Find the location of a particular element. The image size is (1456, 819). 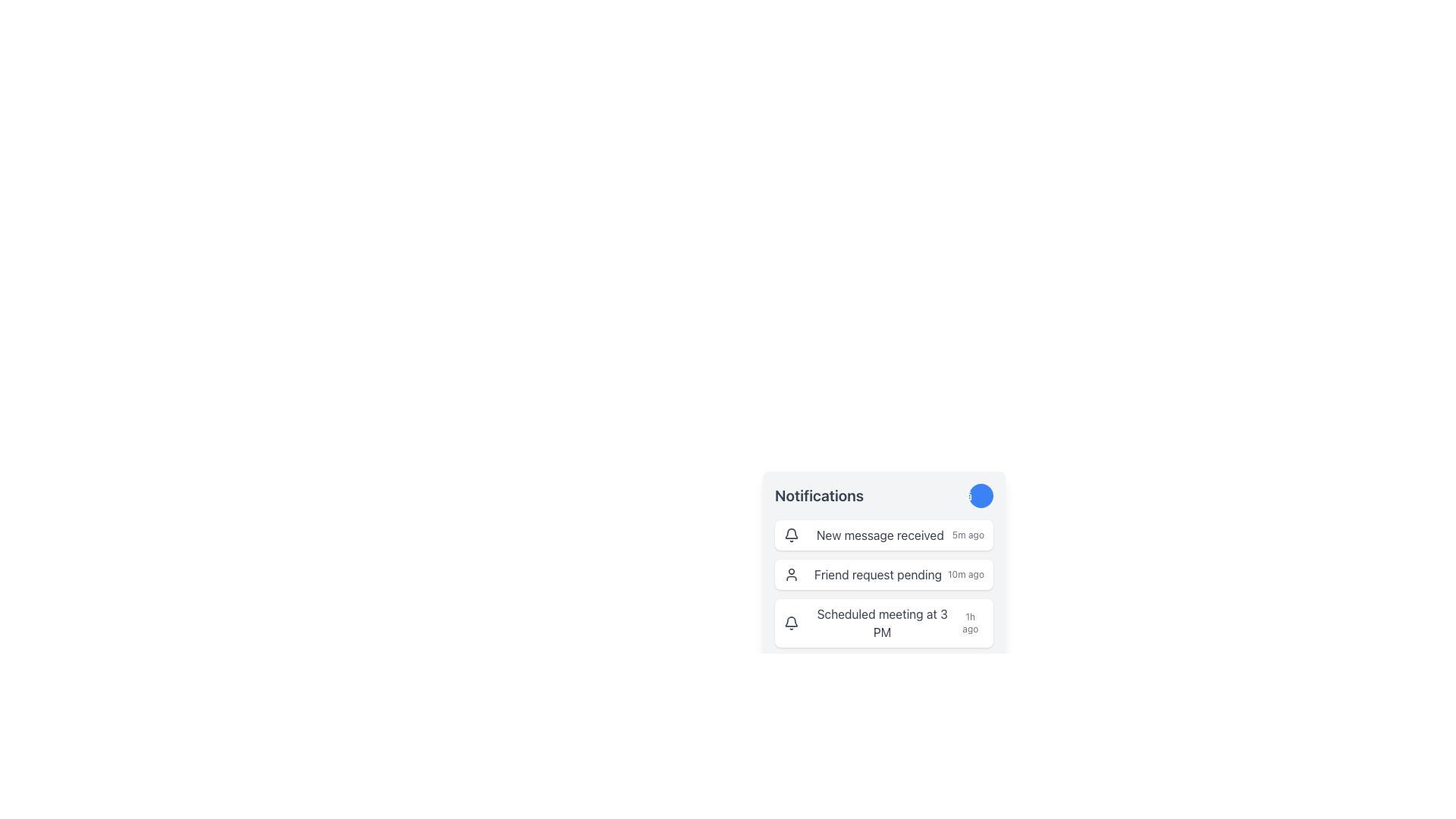

timestamp text label located in the bottom-right corner of the notification card displaying 'Friend request pending' is located at coordinates (965, 575).